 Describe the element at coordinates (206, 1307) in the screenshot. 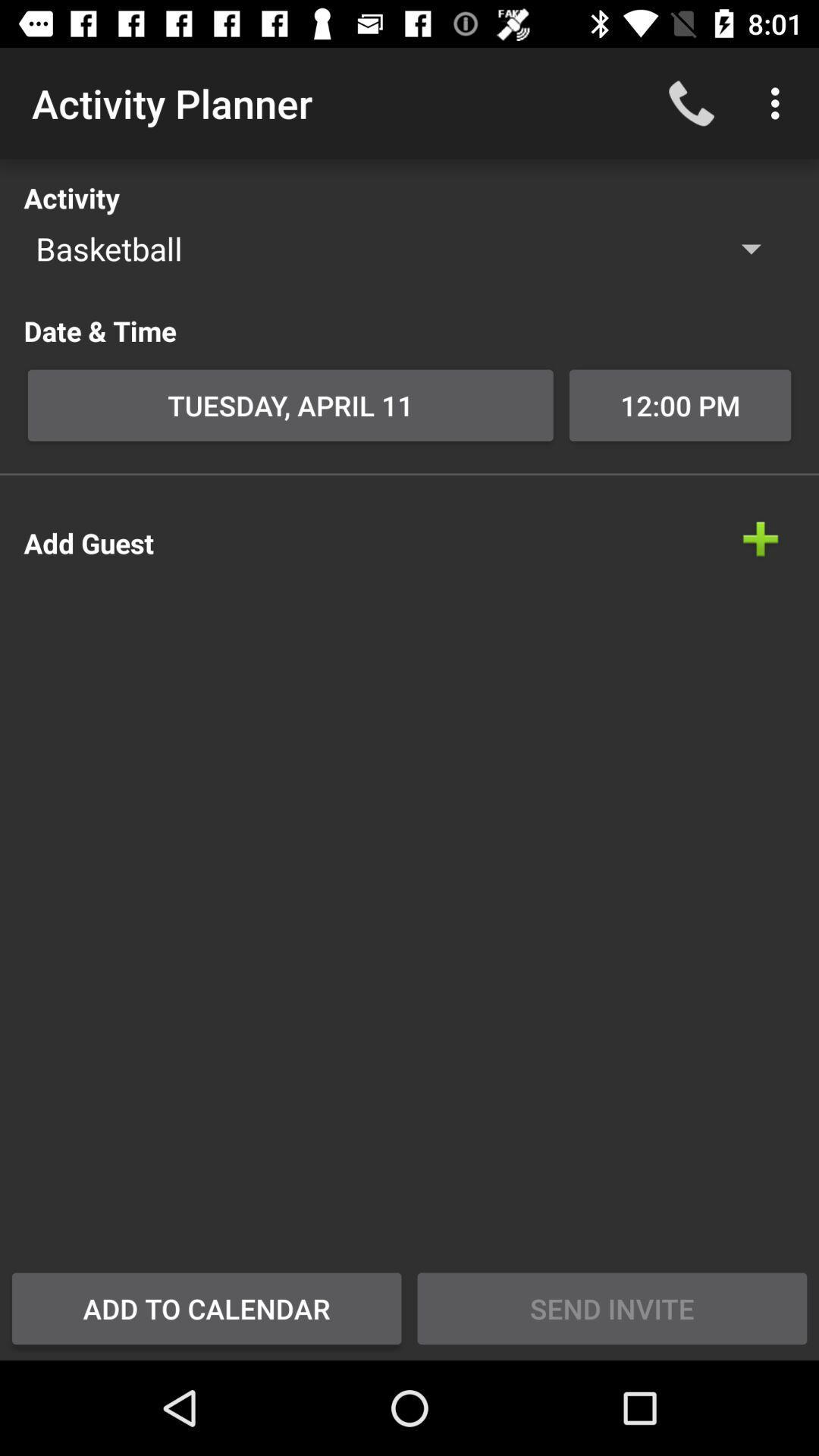

I see `icon next to the send invite icon` at that location.